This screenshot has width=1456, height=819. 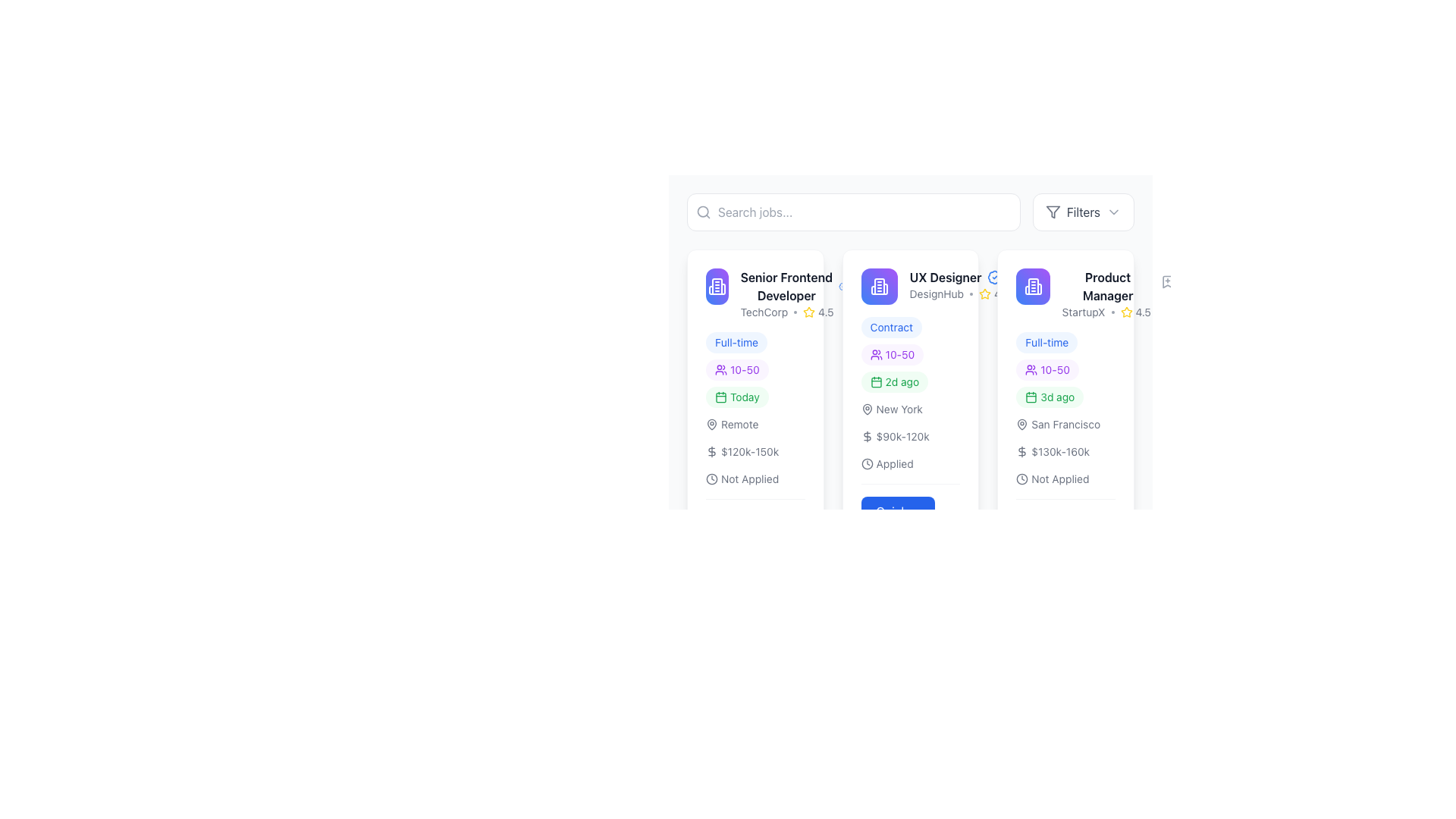 I want to click on the SVG Circle Element located at the top left corner of the interface, which is part of a search bar, so click(x=702, y=212).